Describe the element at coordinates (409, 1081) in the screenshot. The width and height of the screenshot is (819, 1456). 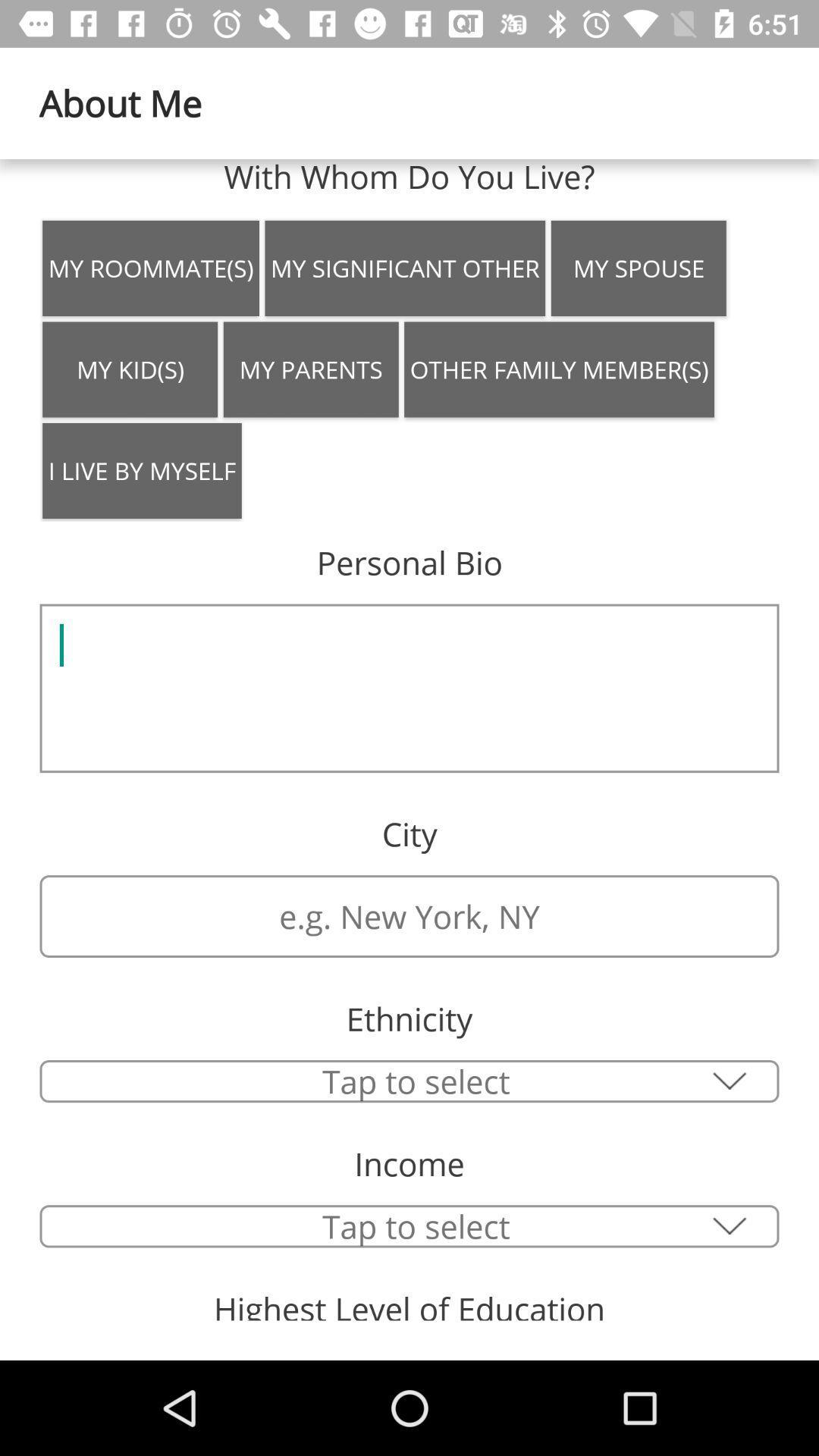
I see `city` at that location.